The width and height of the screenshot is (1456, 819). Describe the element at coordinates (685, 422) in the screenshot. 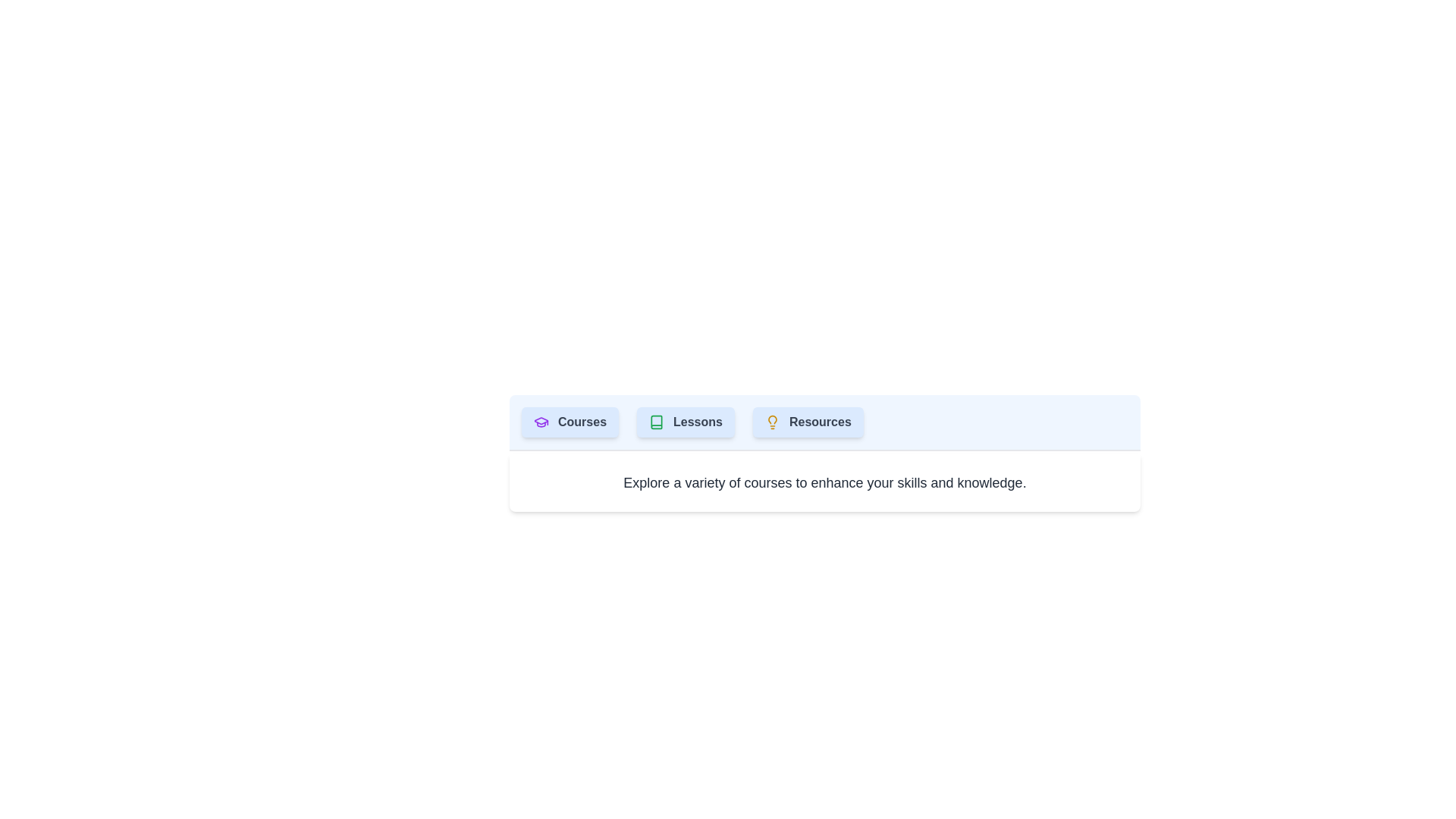

I see `the tab labeled Lessons to view its content` at that location.